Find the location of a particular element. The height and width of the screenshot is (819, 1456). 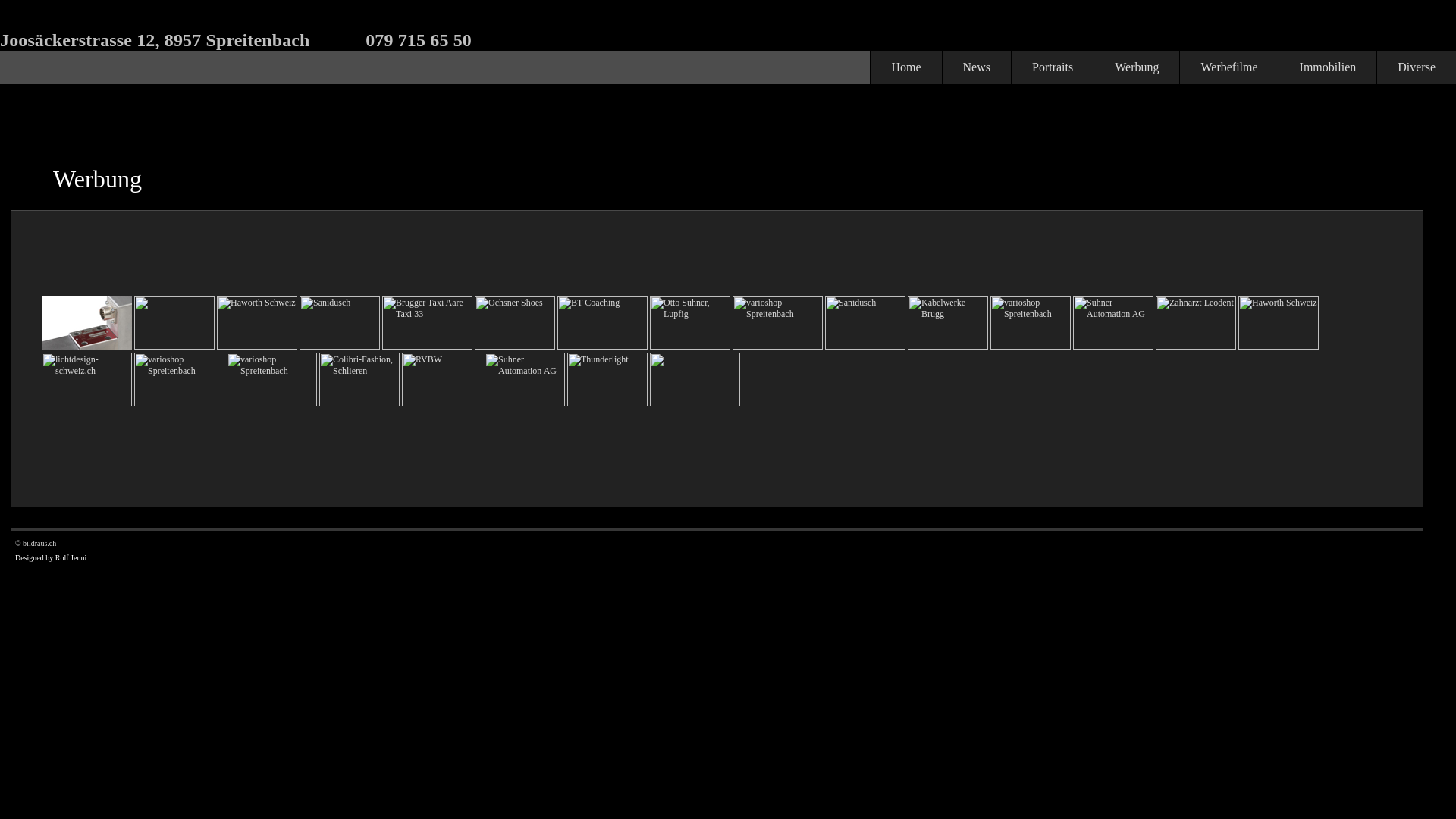

'Portraits' is located at coordinates (1051, 66).